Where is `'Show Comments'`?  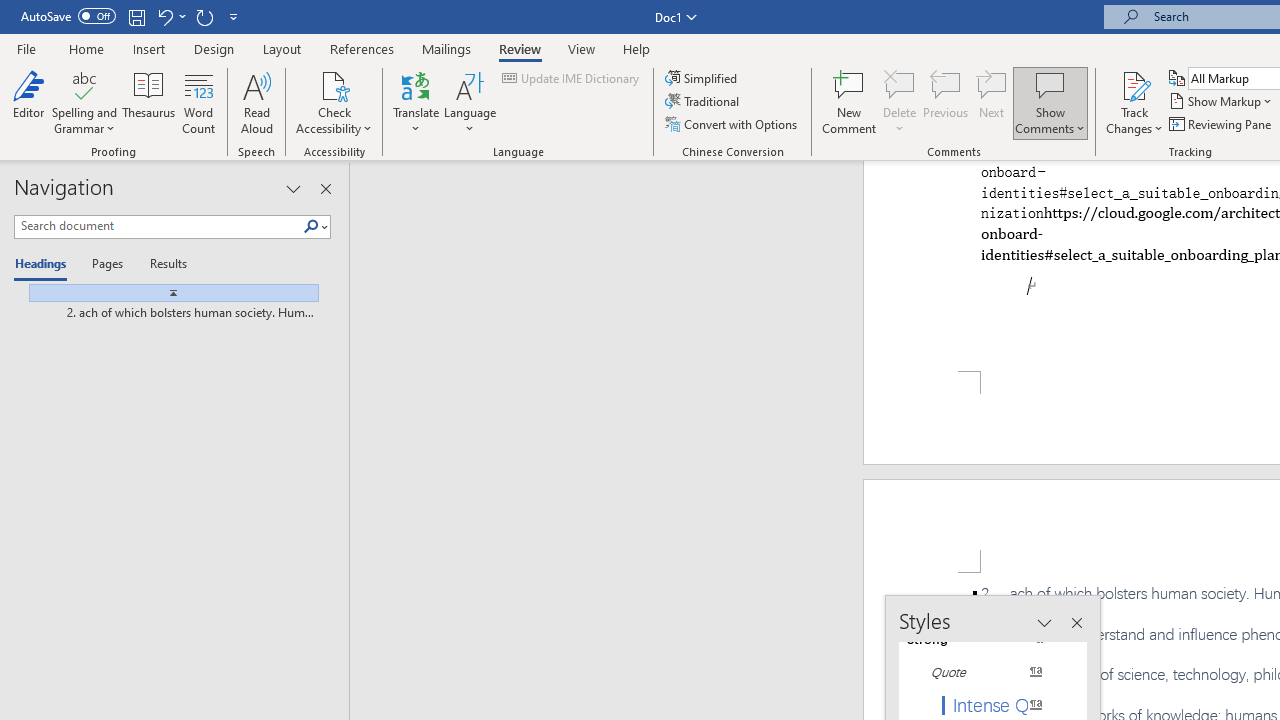 'Show Comments' is located at coordinates (1049, 84).